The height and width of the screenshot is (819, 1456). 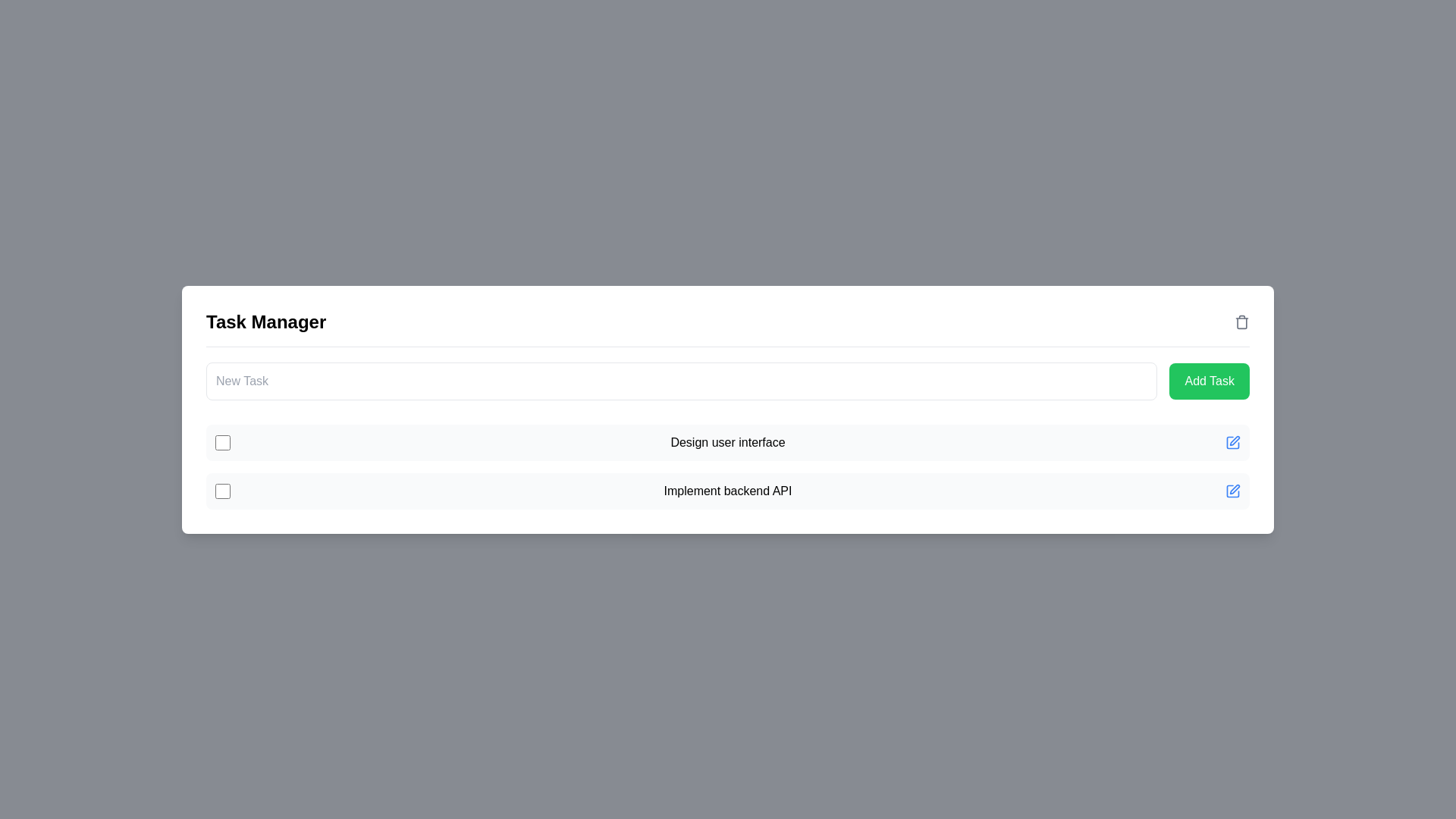 What do you see at coordinates (1241, 321) in the screenshot?
I see `the trash can icon button located in the top-right corner of the 'Task Manager' header bar, which changes color on hover` at bounding box center [1241, 321].